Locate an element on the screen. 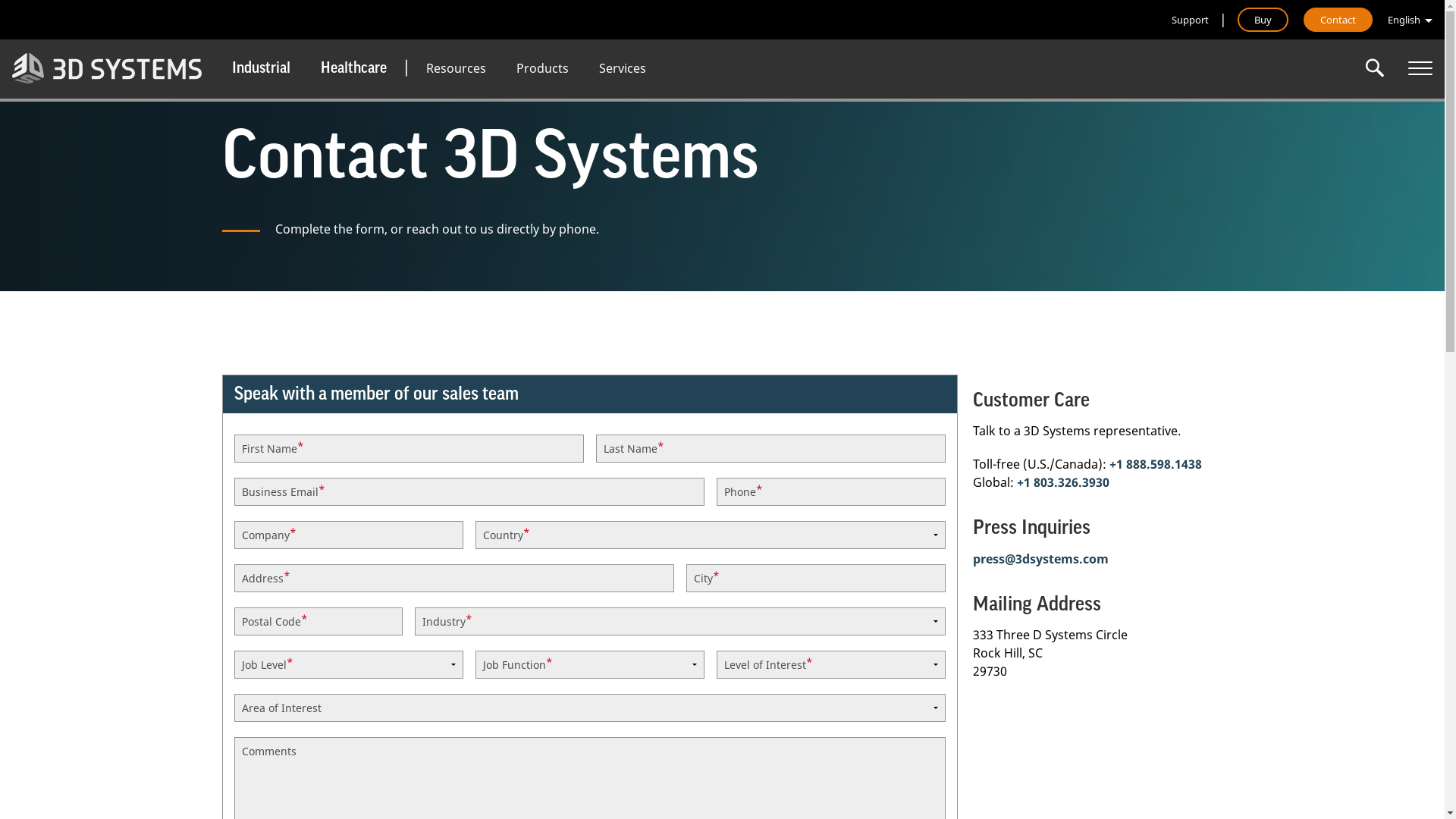  'Services' is located at coordinates (622, 67).